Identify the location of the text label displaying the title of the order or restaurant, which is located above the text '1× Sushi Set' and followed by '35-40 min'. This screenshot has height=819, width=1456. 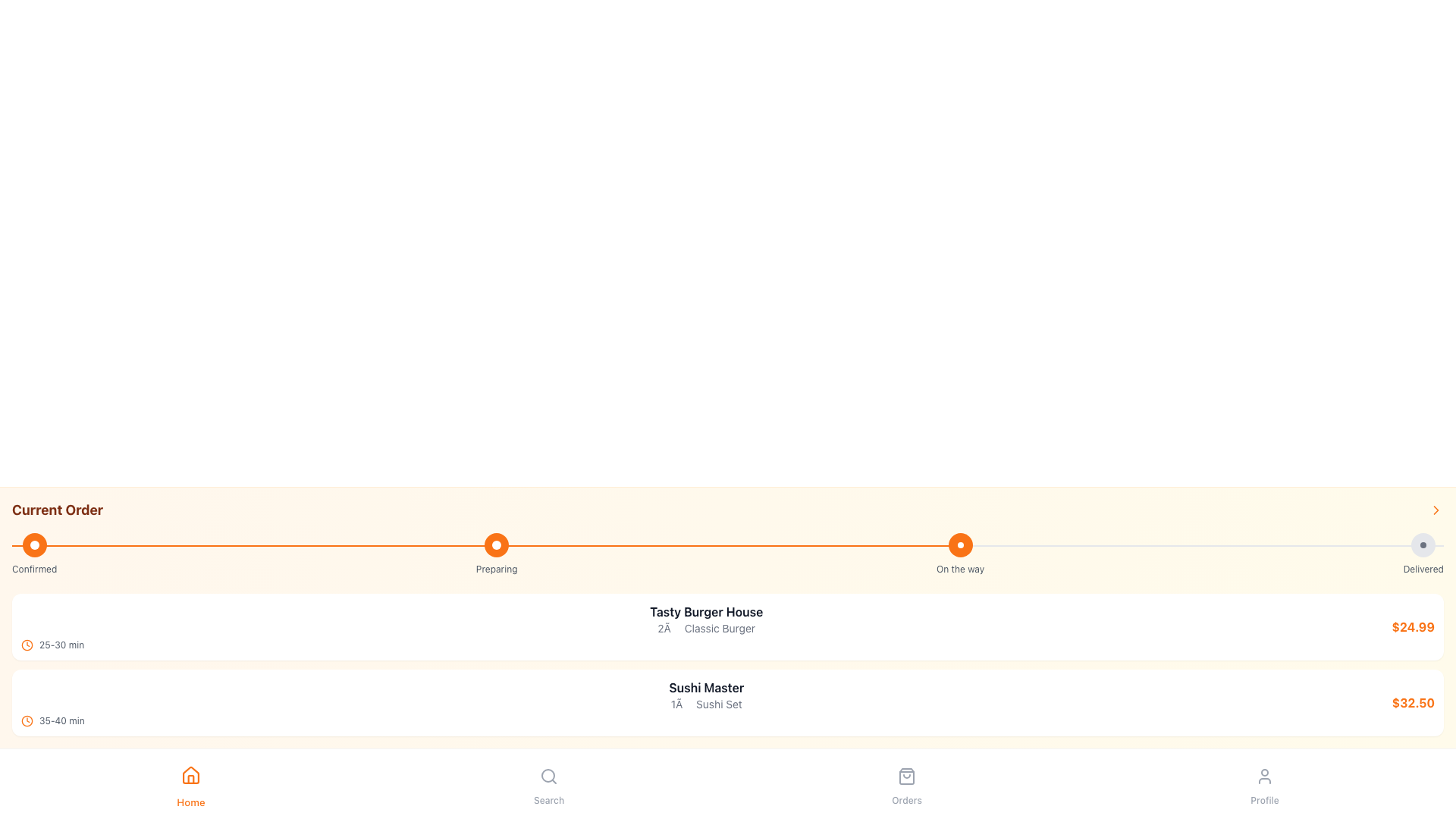
(705, 687).